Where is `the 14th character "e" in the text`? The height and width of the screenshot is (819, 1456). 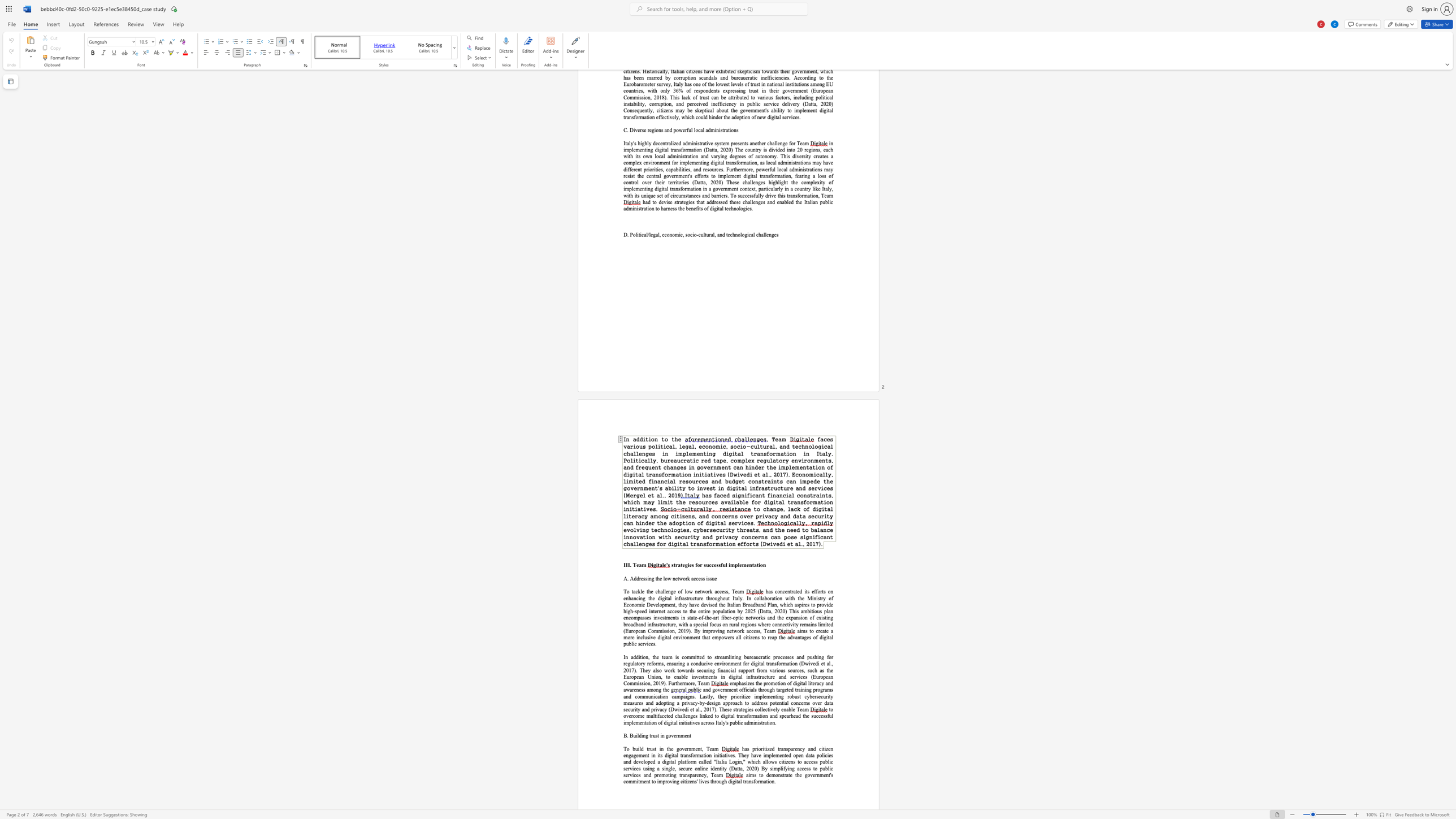 the 14th character "e" in the text is located at coordinates (671, 208).